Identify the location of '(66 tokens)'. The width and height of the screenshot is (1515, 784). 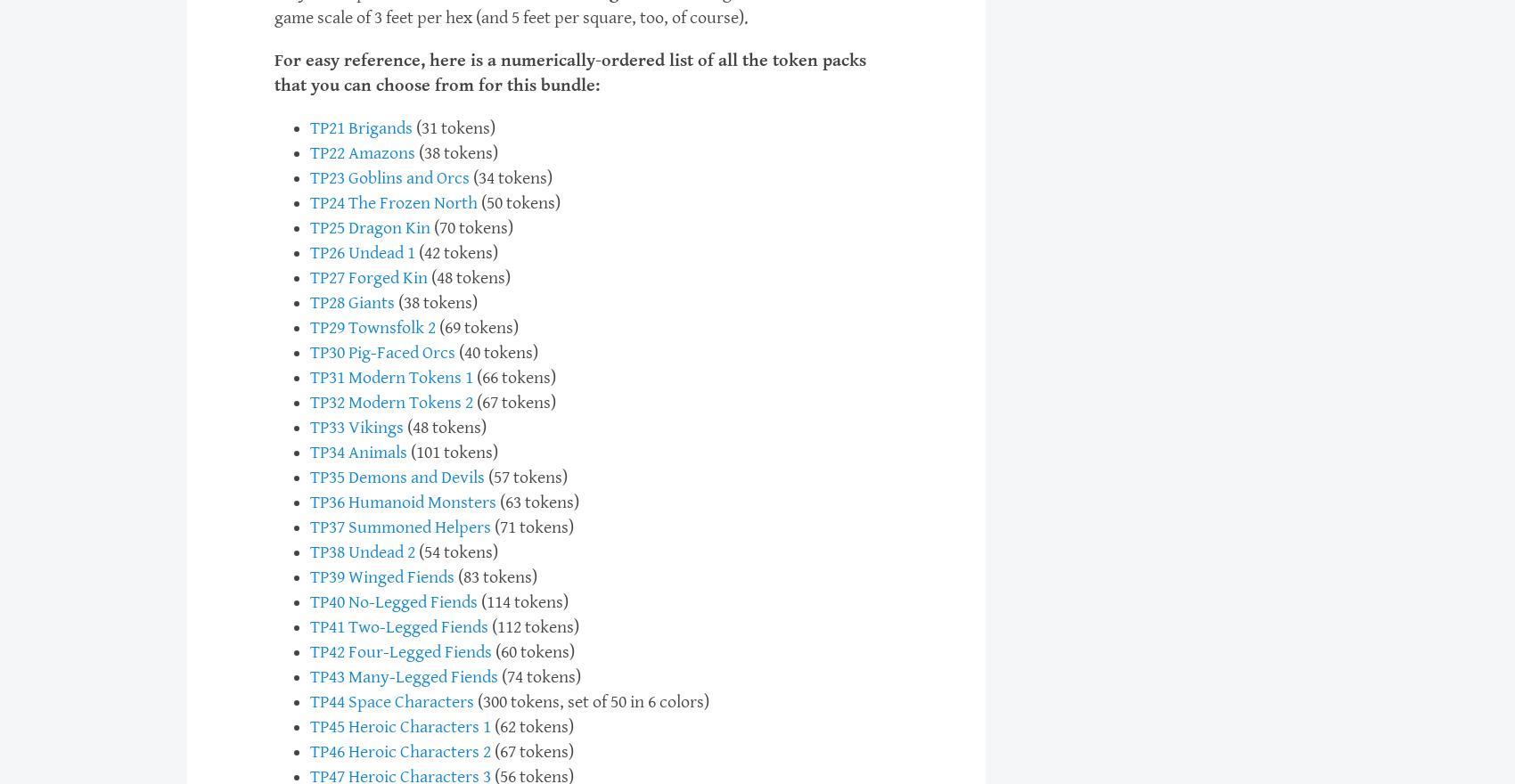
(513, 378).